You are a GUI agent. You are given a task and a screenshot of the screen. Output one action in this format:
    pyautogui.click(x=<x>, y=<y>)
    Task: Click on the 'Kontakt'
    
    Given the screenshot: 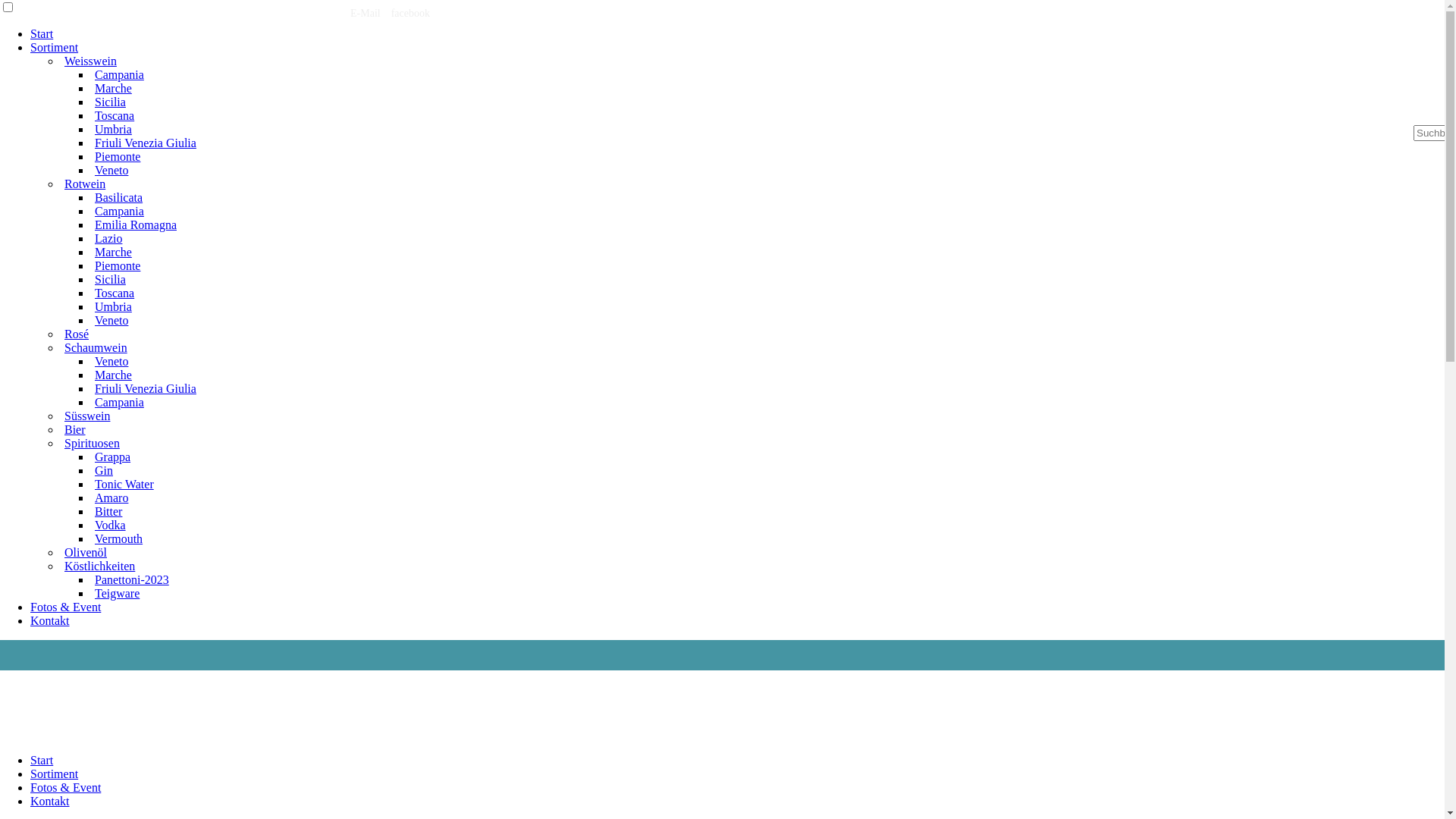 What is the action you would take?
    pyautogui.click(x=30, y=620)
    